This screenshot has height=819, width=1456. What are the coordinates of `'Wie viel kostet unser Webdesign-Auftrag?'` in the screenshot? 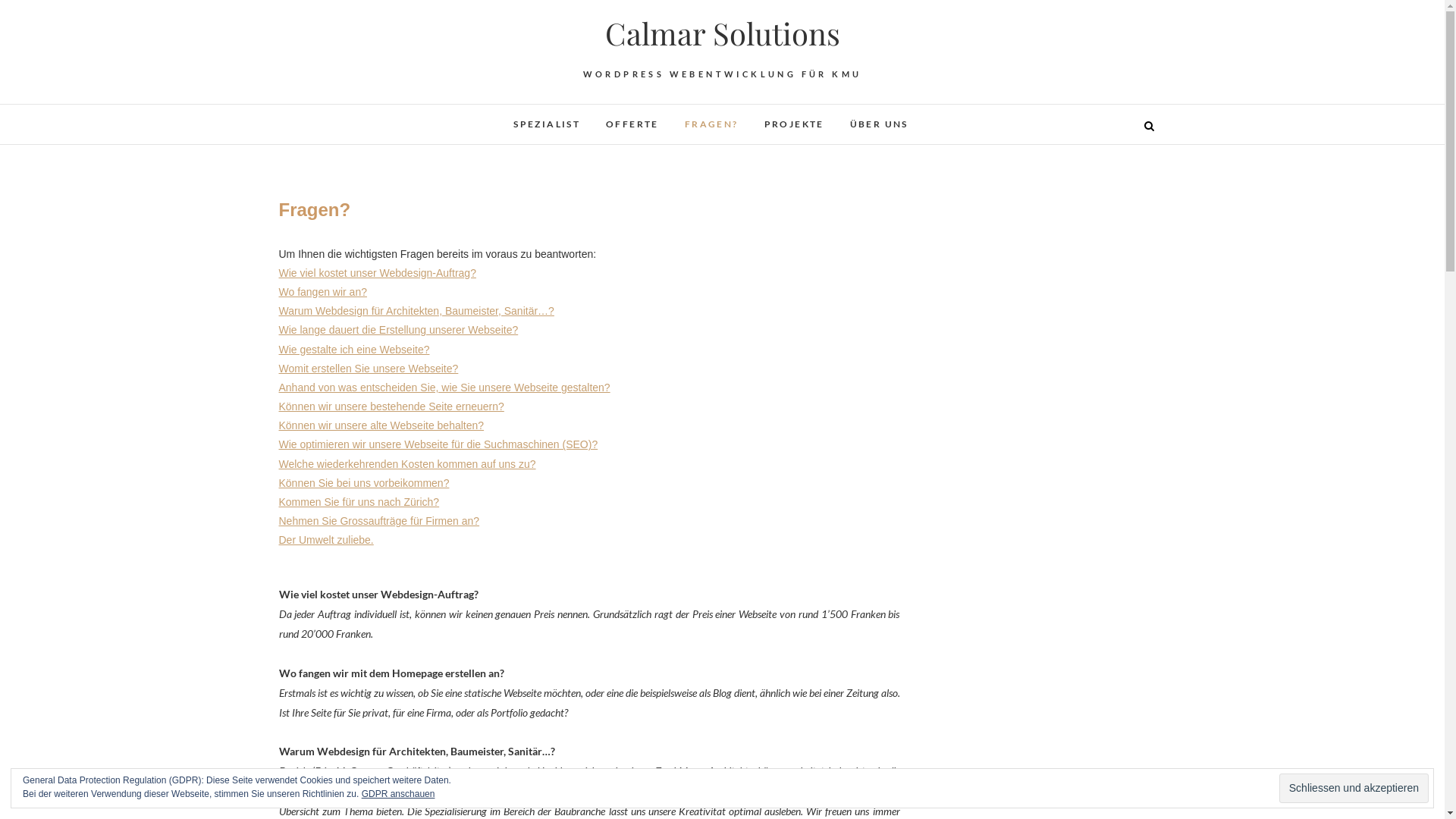 It's located at (378, 271).